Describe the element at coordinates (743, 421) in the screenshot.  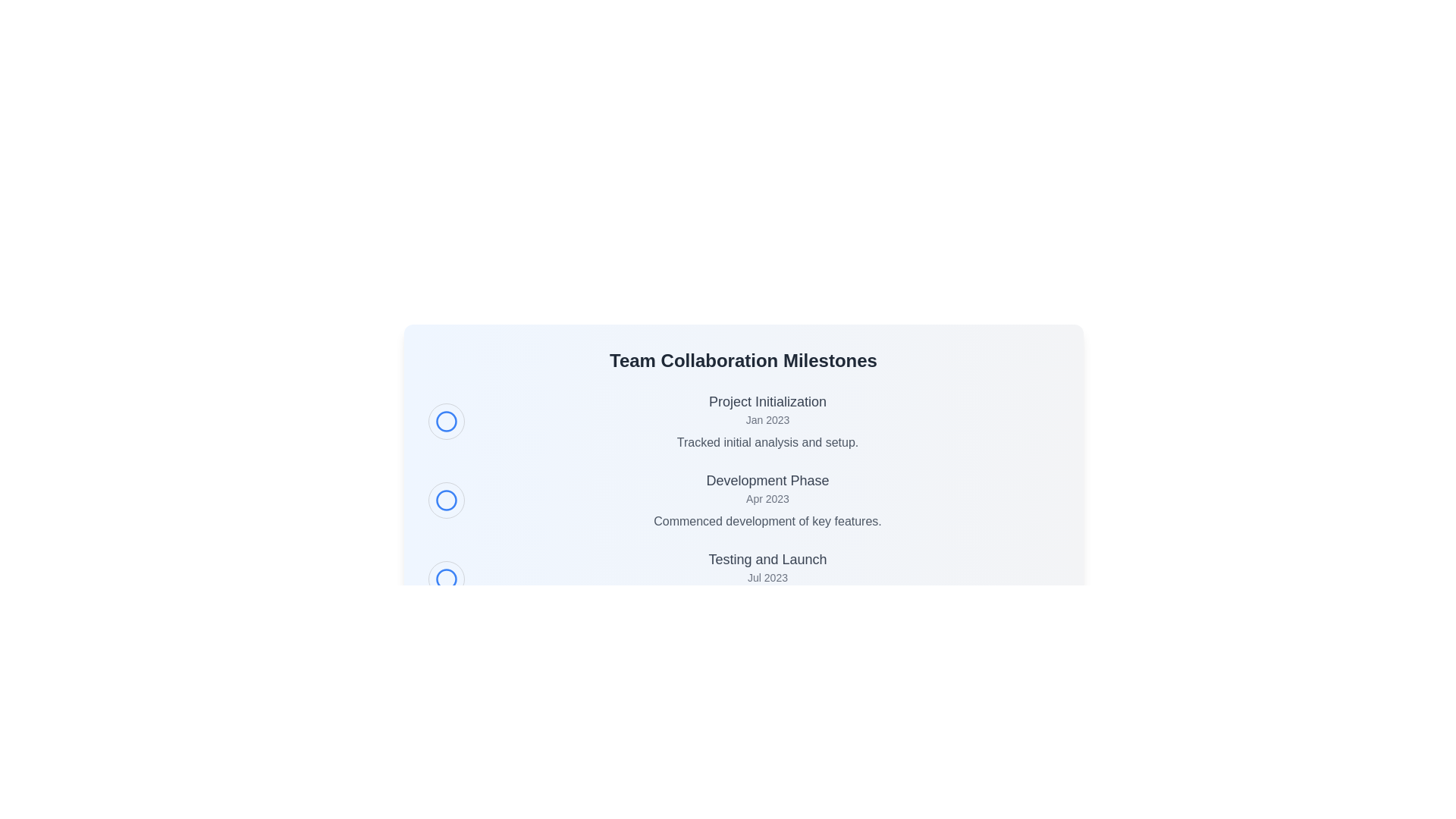
I see `the first list item in the 'Team Collaboration Milestones' section, which contains the title 'Project Initialization', the date 'Jan 2023', and the description 'Tracked initial analysis and setup.'` at that location.